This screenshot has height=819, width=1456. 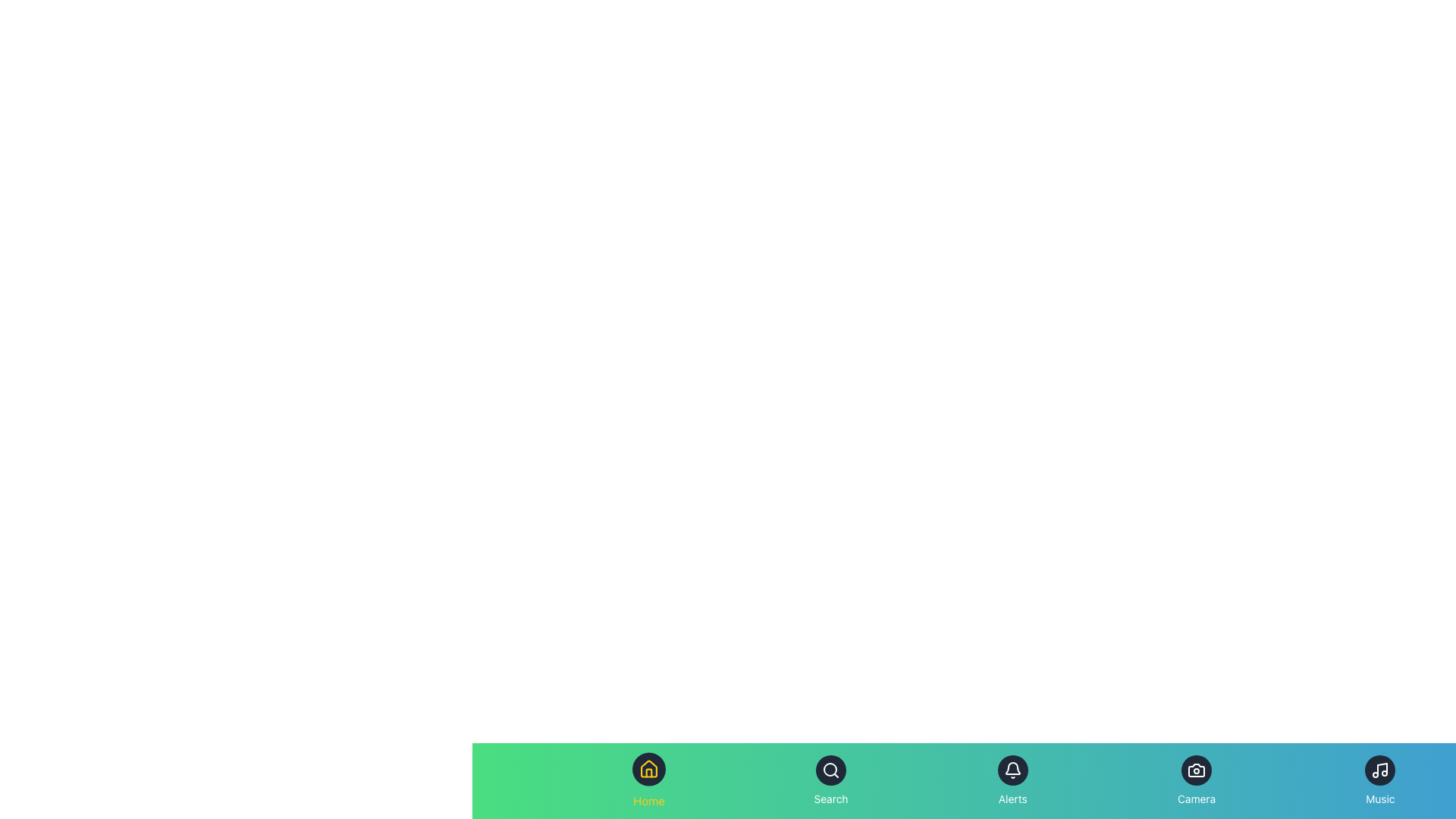 I want to click on the circular notification button with a bell icon located third from the left in the bottom menu row, so click(x=1012, y=770).